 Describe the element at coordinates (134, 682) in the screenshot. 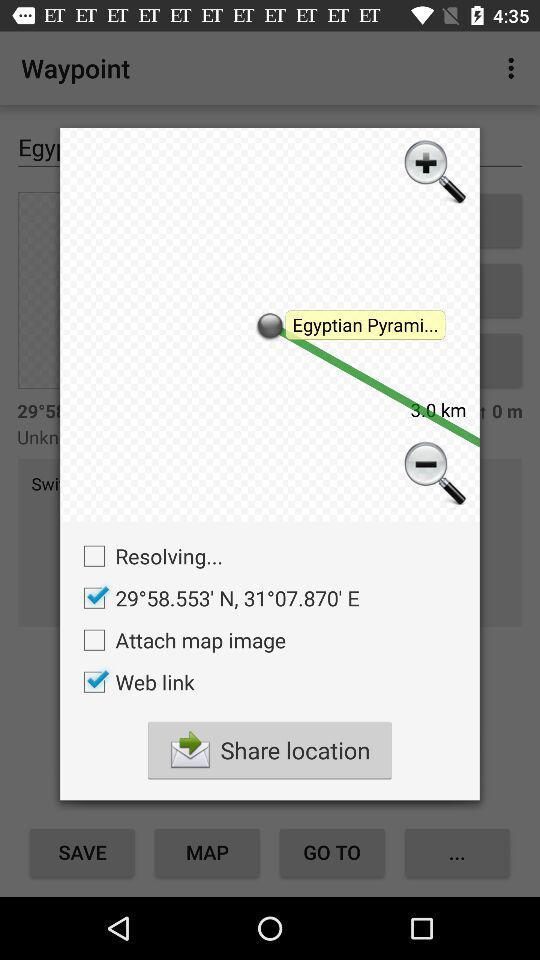

I see `button above the share location icon` at that location.